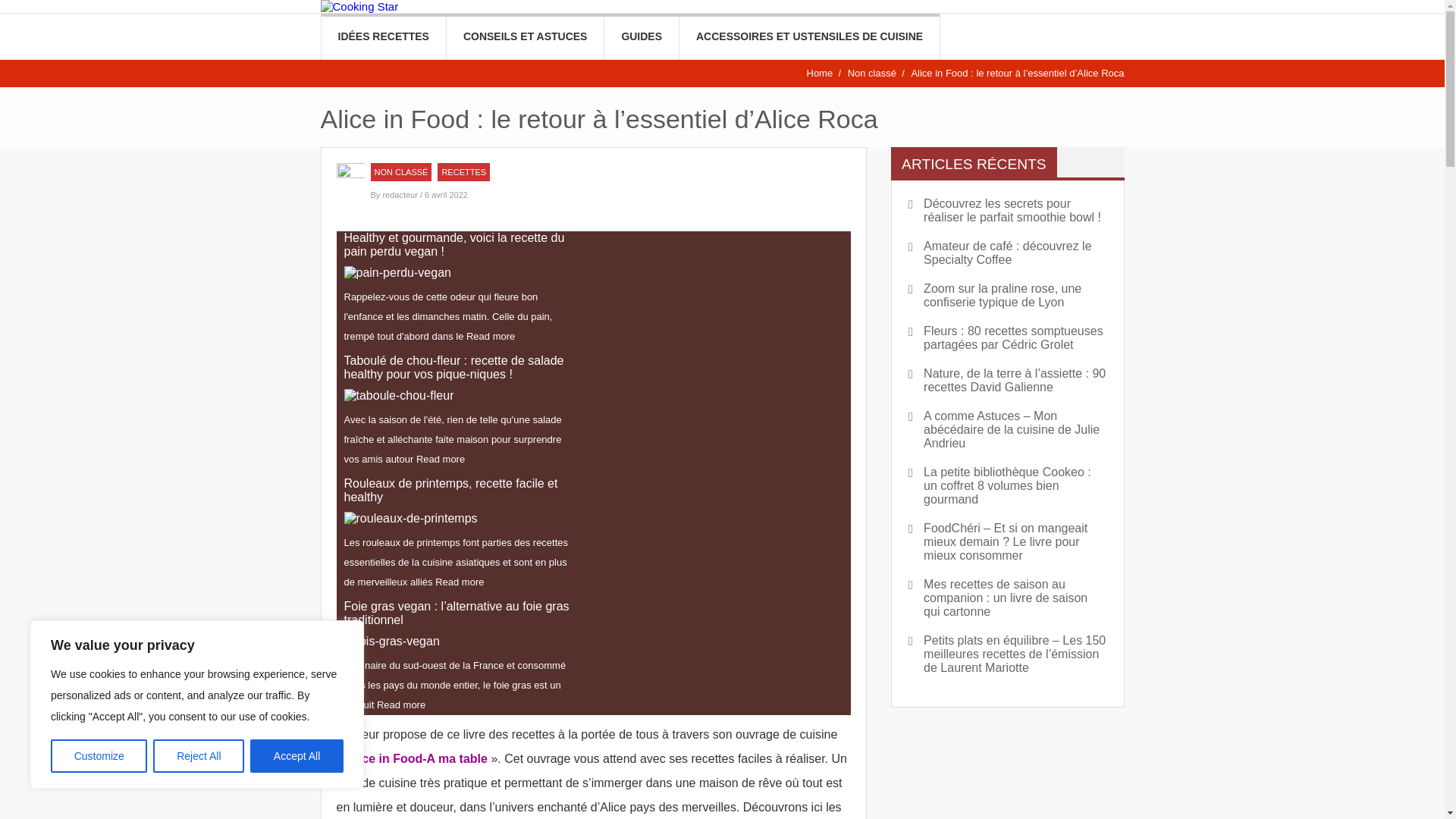 Image resolution: width=1456 pixels, height=819 pixels. I want to click on 'Read more', so click(491, 335).